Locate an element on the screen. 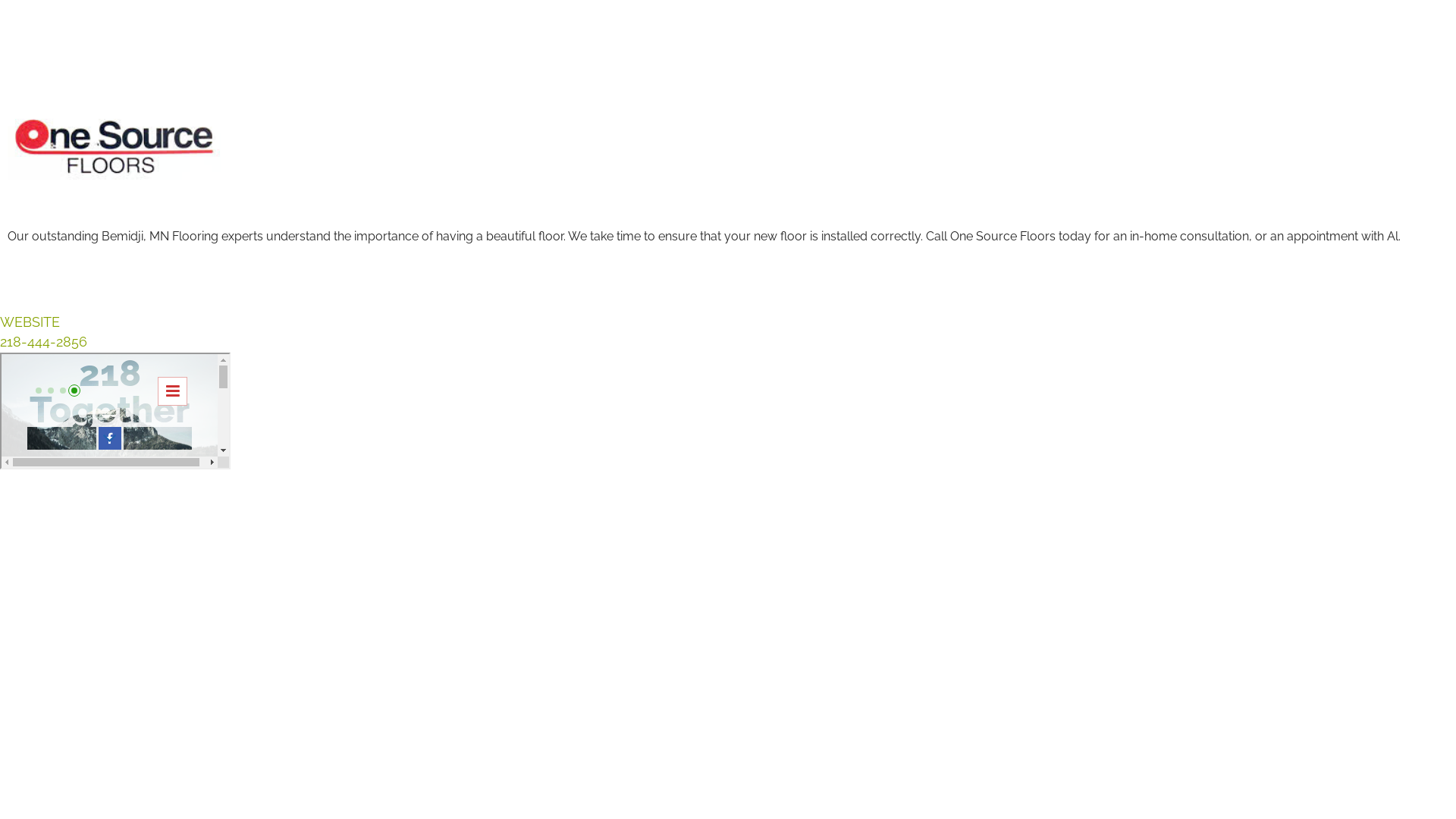  '218-444-2856' is located at coordinates (43, 341).